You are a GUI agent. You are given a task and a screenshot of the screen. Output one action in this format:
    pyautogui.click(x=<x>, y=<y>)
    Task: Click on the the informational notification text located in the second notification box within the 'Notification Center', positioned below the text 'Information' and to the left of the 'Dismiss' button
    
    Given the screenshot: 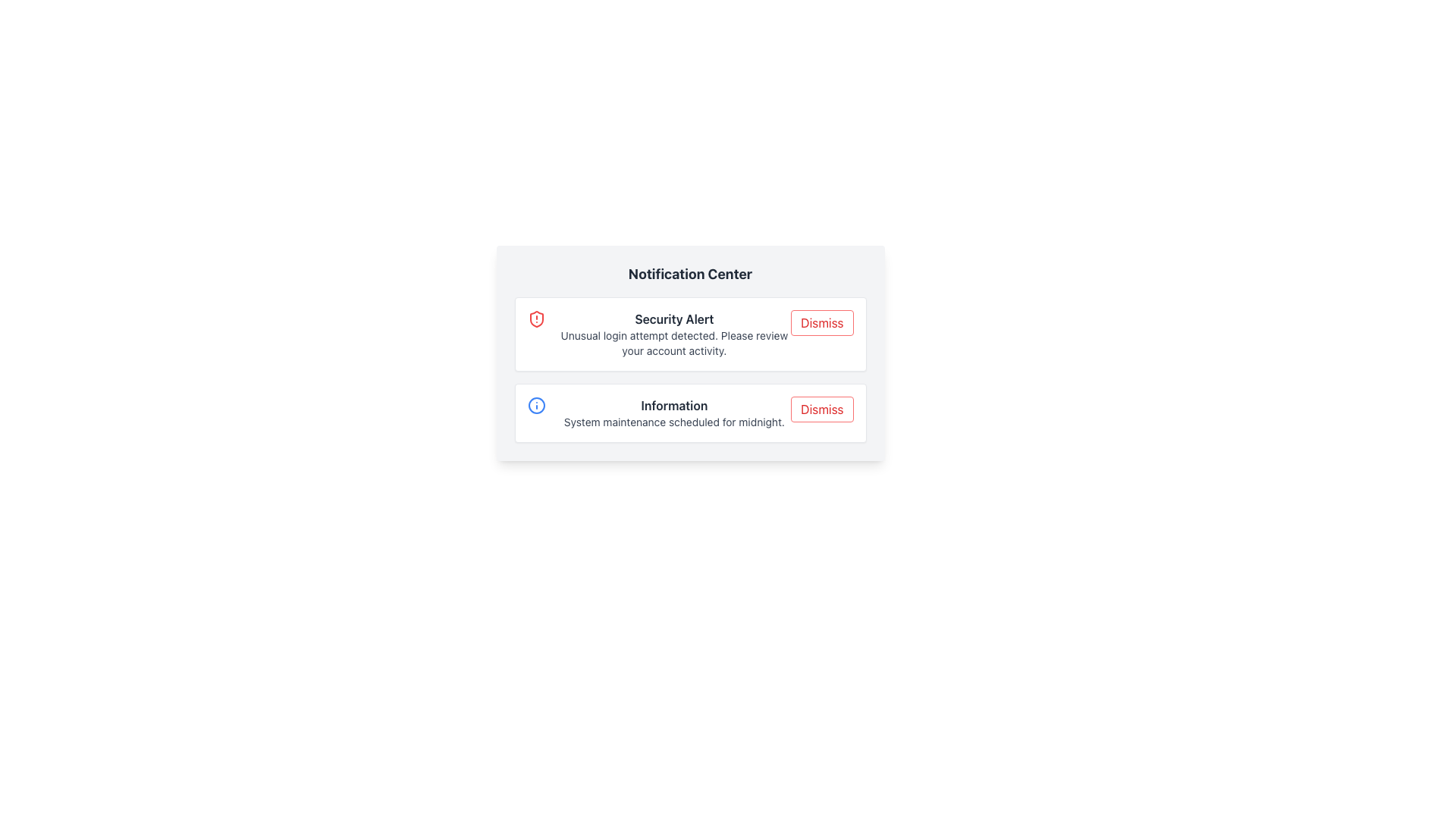 What is the action you would take?
    pyautogui.click(x=673, y=422)
    